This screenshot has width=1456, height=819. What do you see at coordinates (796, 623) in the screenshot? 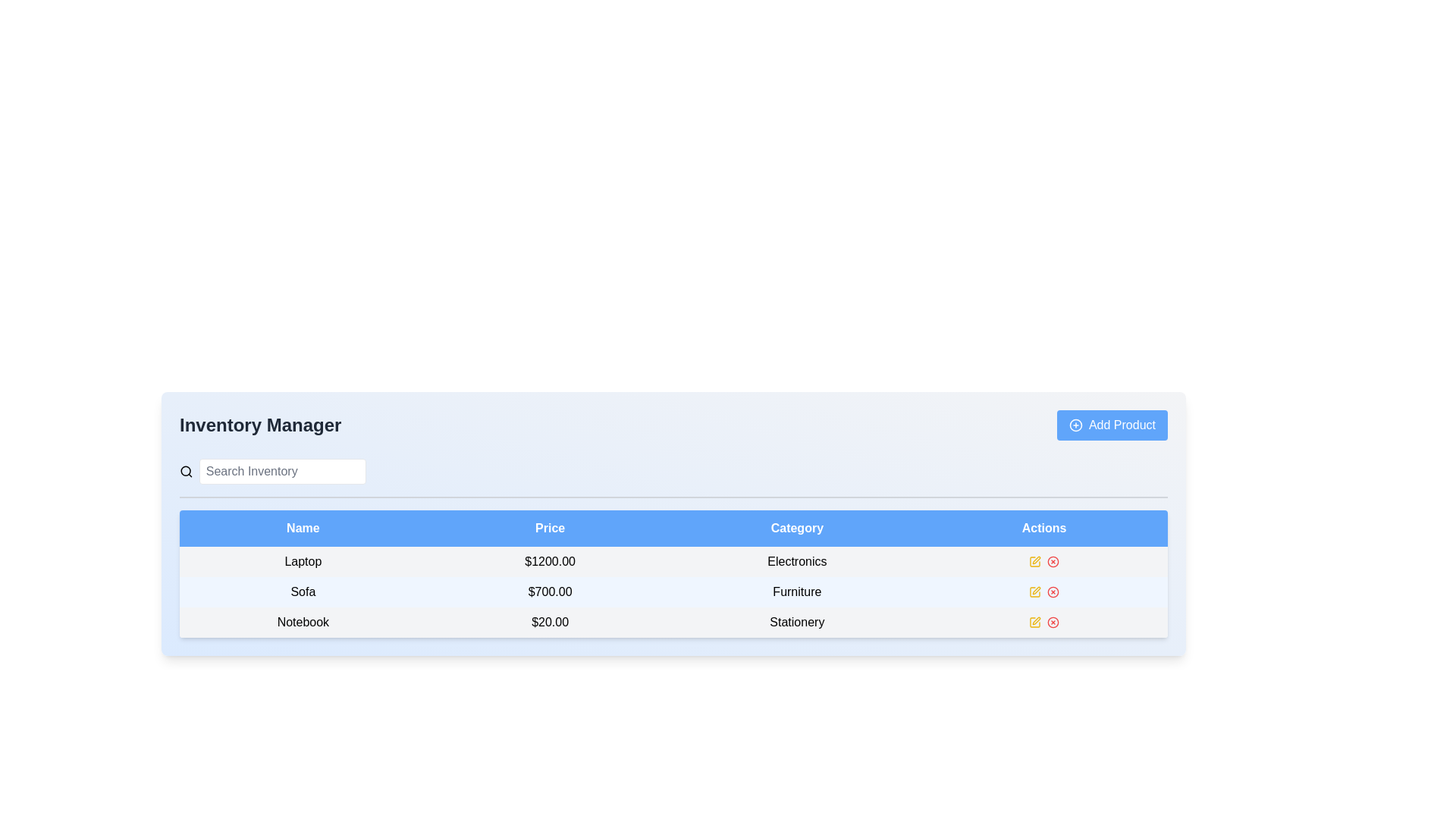
I see `the Text label displaying the product category 'Notebook' in the third row of the table` at bounding box center [796, 623].